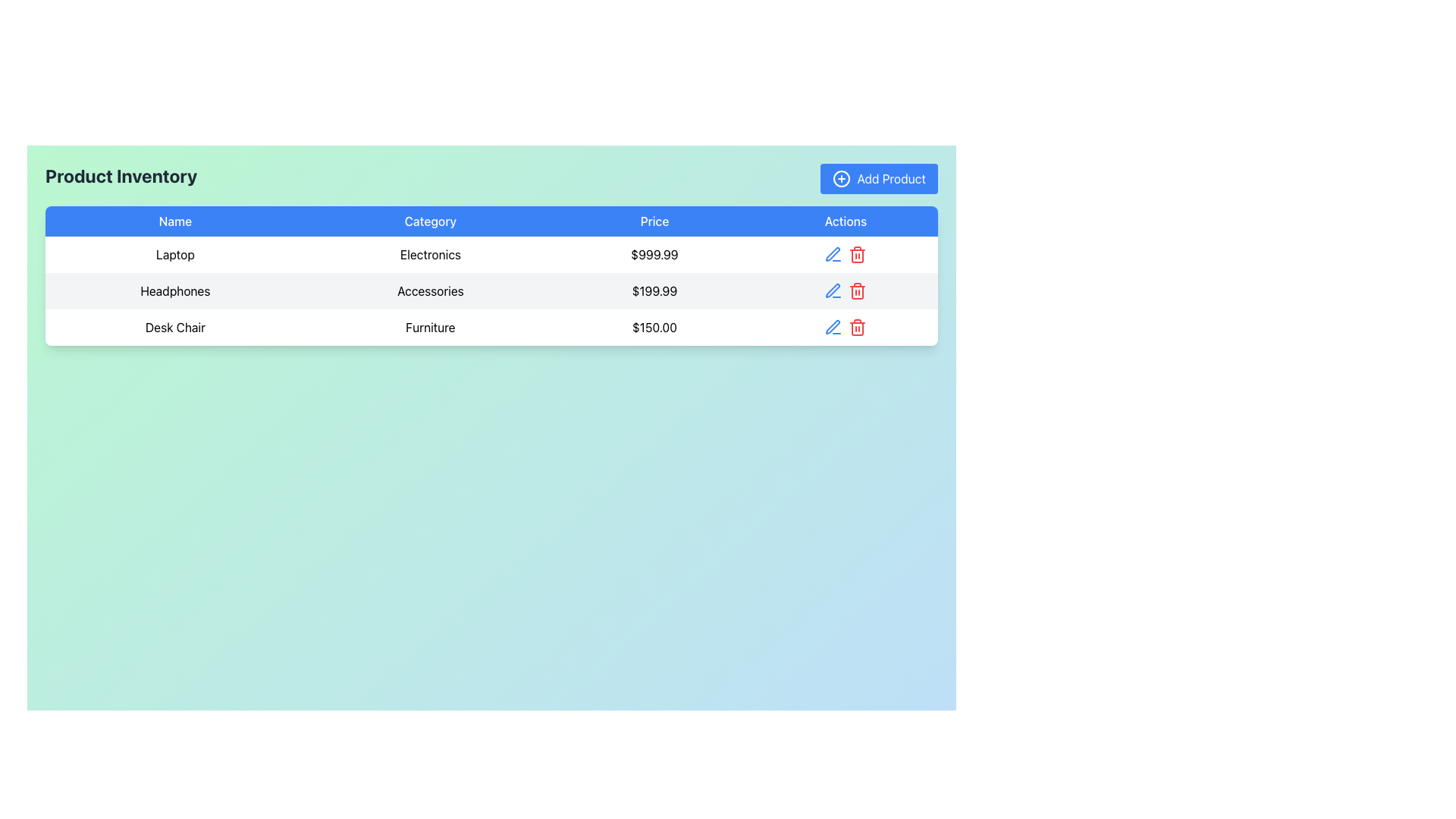 This screenshot has height=819, width=1456. What do you see at coordinates (833, 291) in the screenshot?
I see `the edit button for the 'Headphones' product entry located in the 'Actions' column` at bounding box center [833, 291].